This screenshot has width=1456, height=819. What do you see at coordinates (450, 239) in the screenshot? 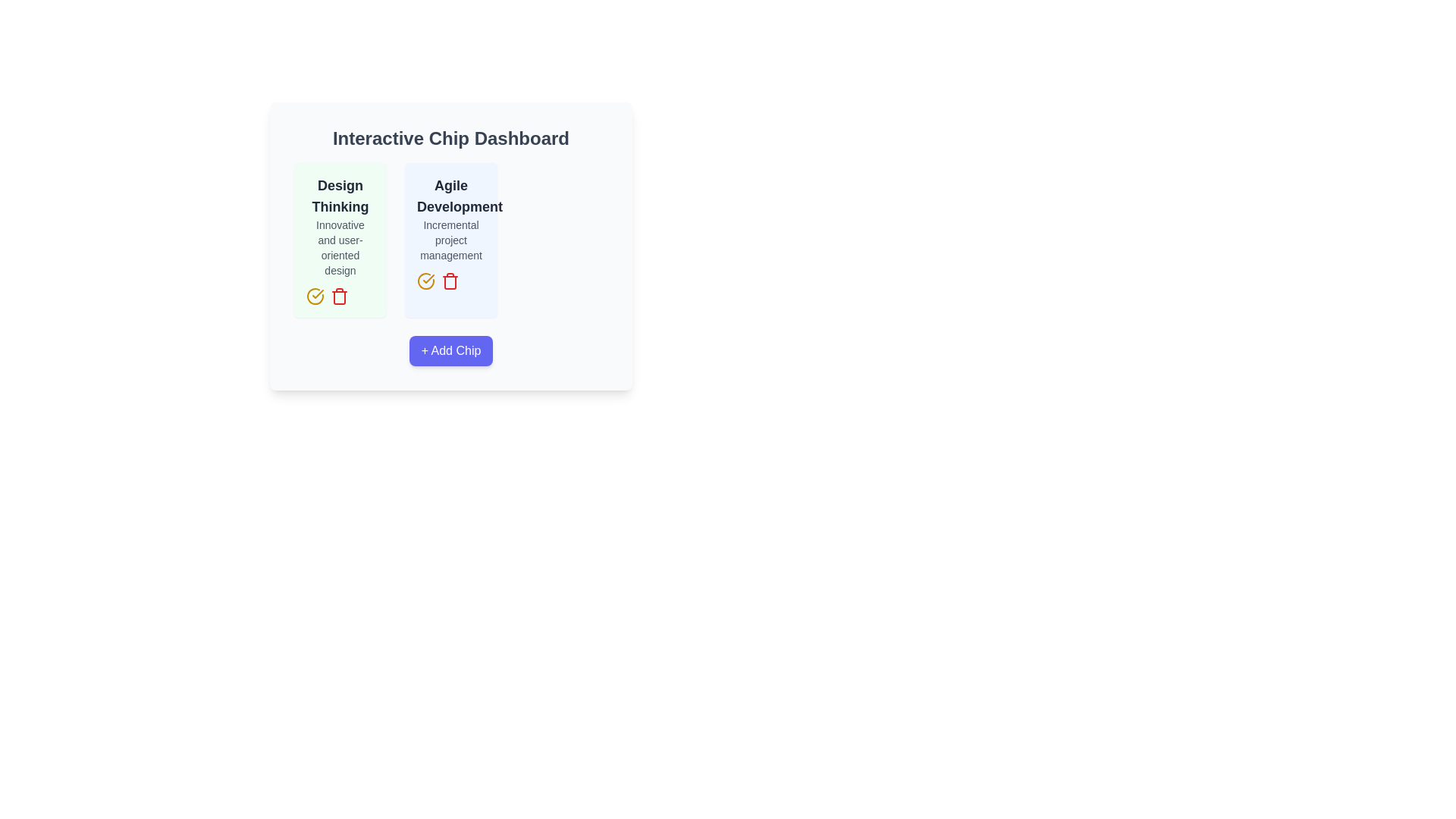
I see `the Text Block that provides additional information about the 'Agile Development' concept, located directly below the 'Agile Development' title in the second card of the Interactive Chip Dashboard` at bounding box center [450, 239].